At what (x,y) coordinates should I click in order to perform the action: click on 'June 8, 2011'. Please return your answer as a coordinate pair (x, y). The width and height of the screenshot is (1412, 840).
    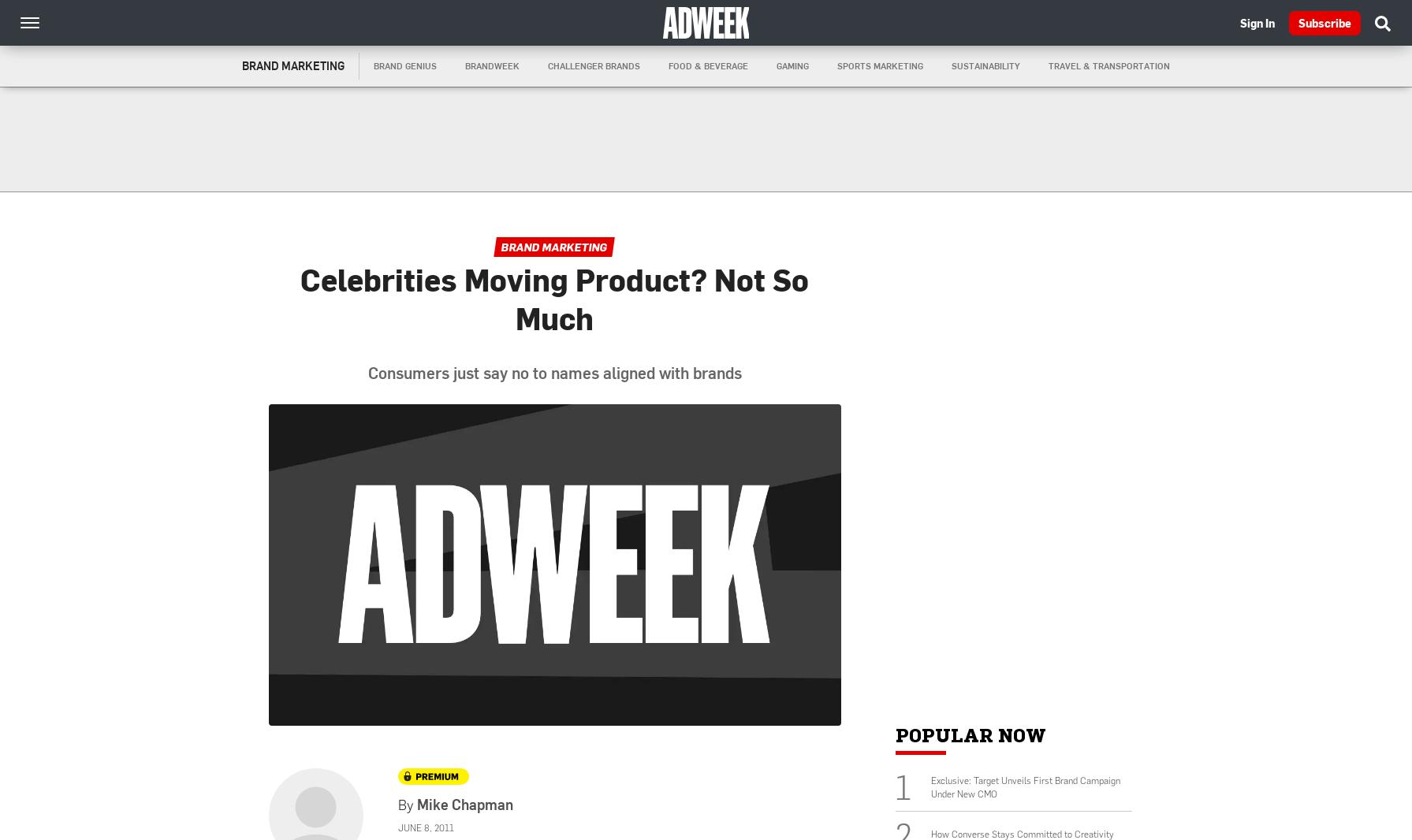
    Looking at the image, I should click on (425, 827).